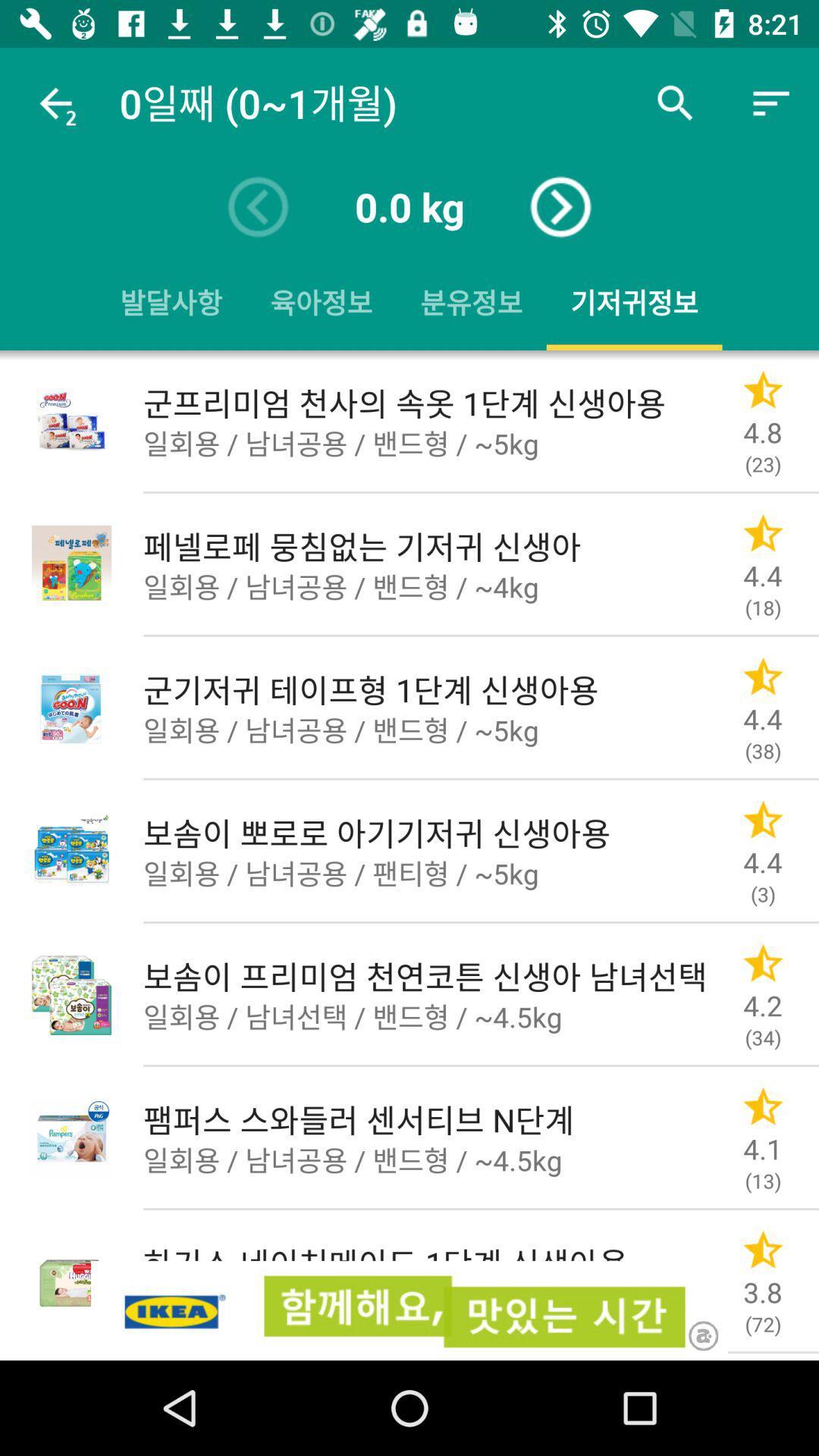 The image size is (819, 1456). I want to click on the fourth button with yellow underline, so click(635, 302).